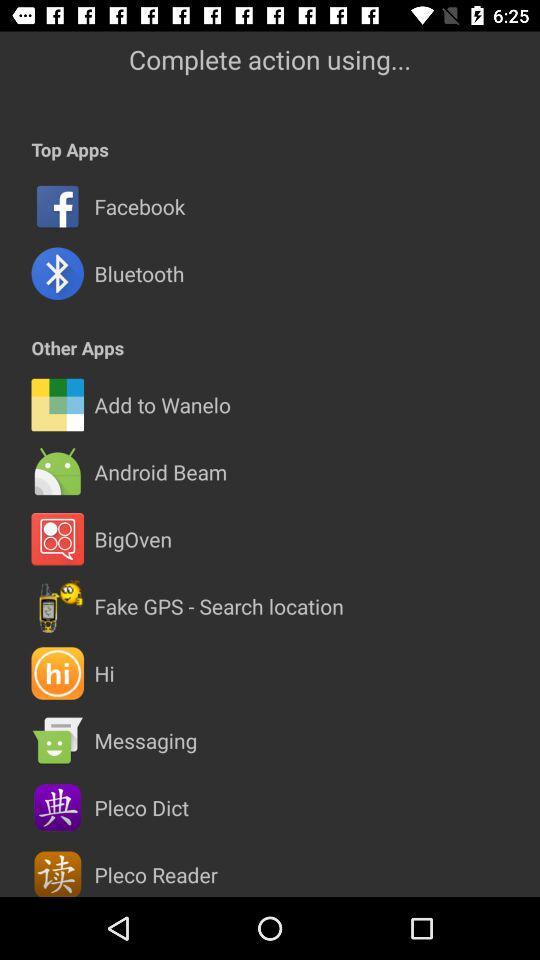 This screenshot has width=540, height=960. I want to click on the other apps, so click(76, 348).